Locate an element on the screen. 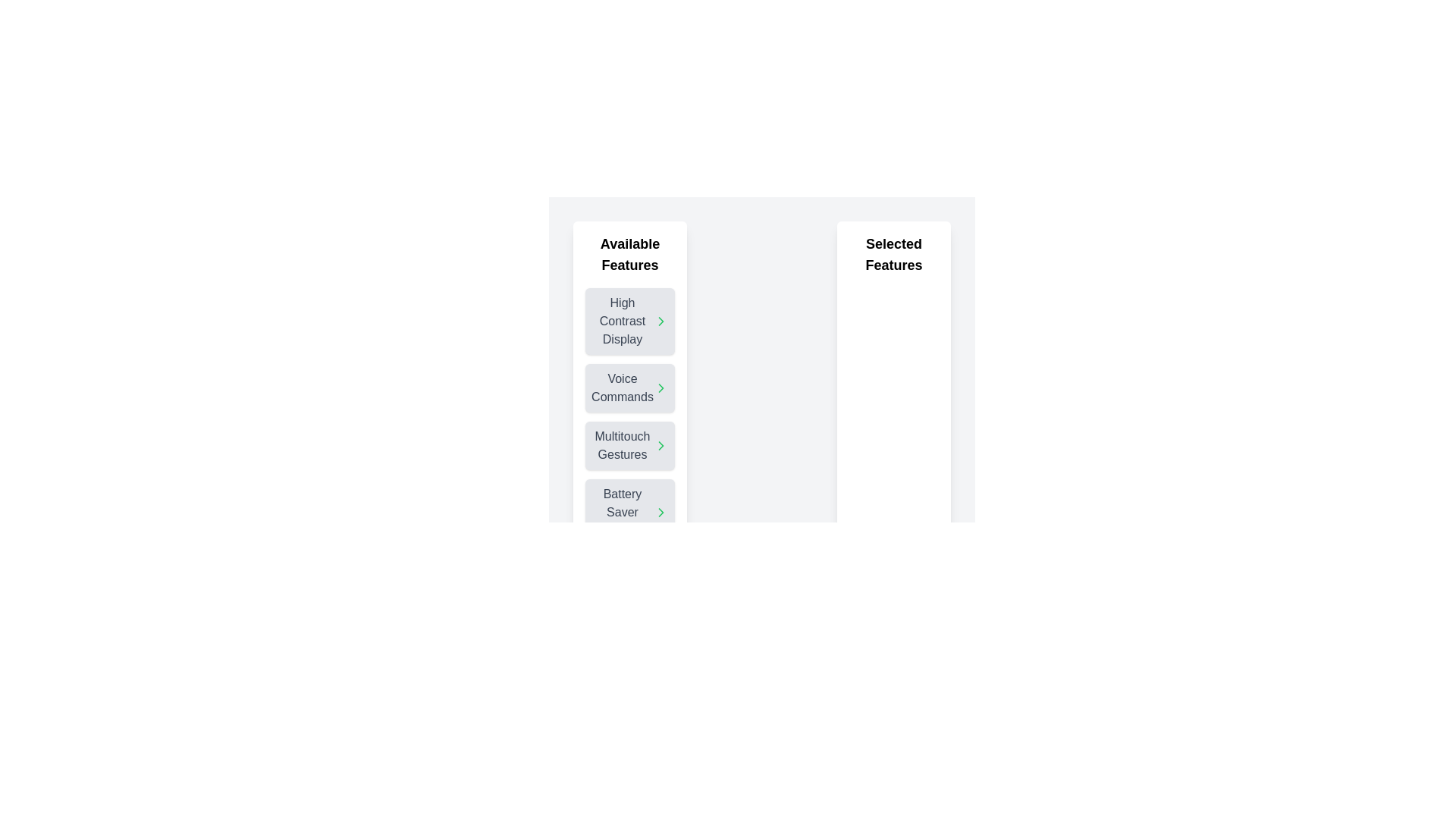 The height and width of the screenshot is (819, 1456). '<' button next to the feature labeled 'Voice Commands' in the Selected Features list to move it back to the Available Features list is located at coordinates (654, 388).